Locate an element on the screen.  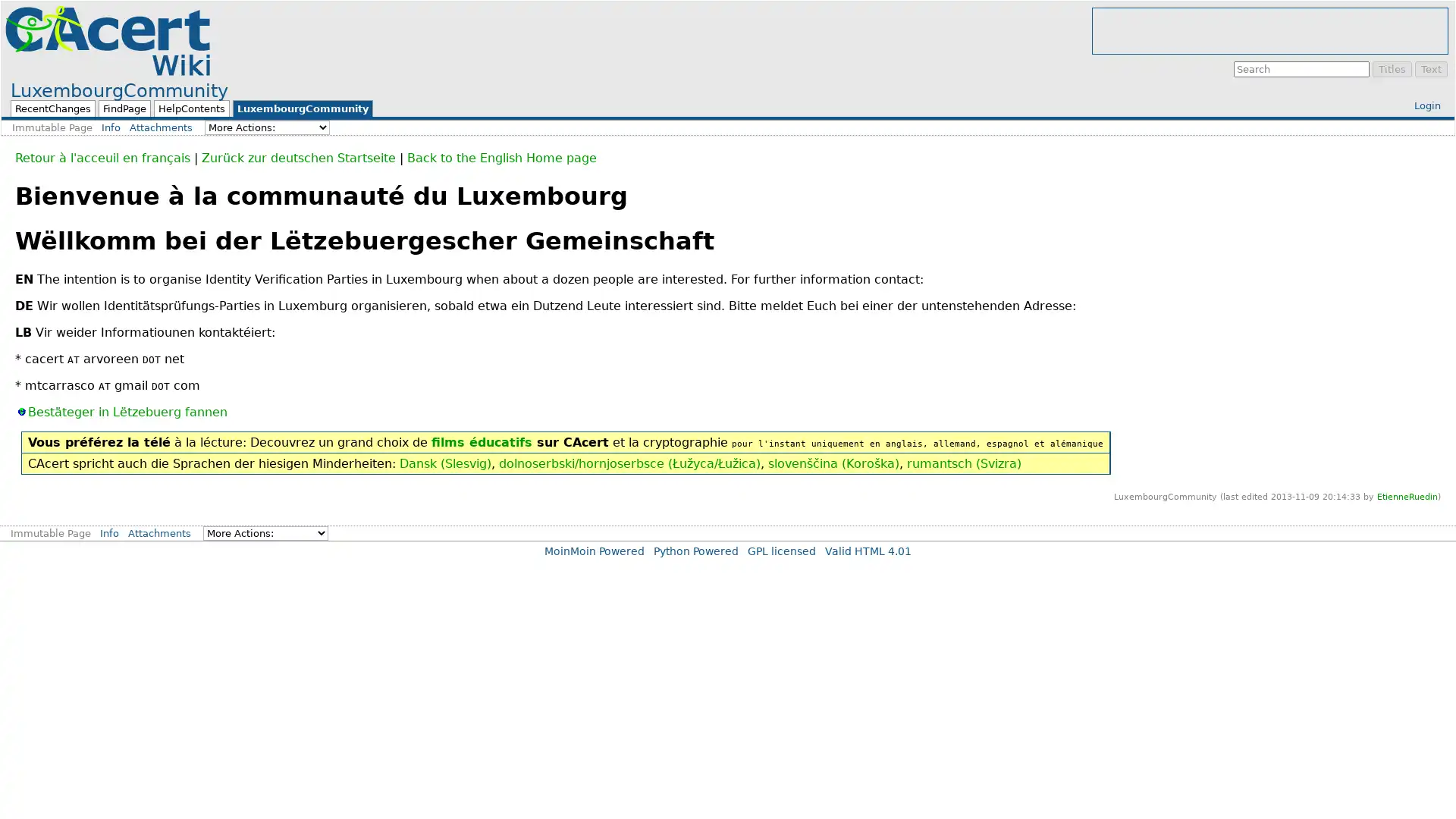
Titles is located at coordinates (1392, 69).